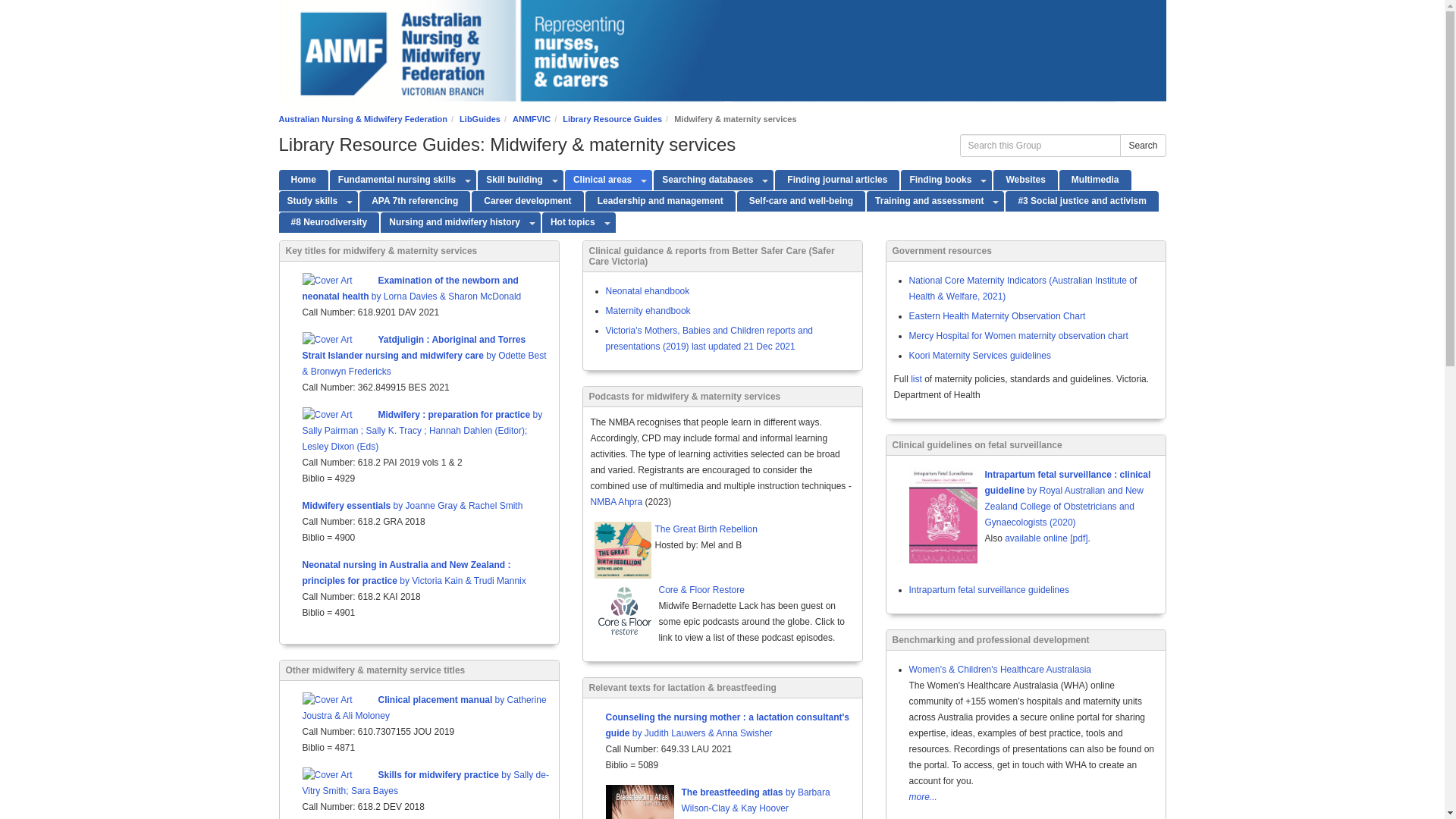  Describe the element at coordinates (412, 506) in the screenshot. I see `'Midwifery essentials by Joanne Gray & Rachel Smith'` at that location.